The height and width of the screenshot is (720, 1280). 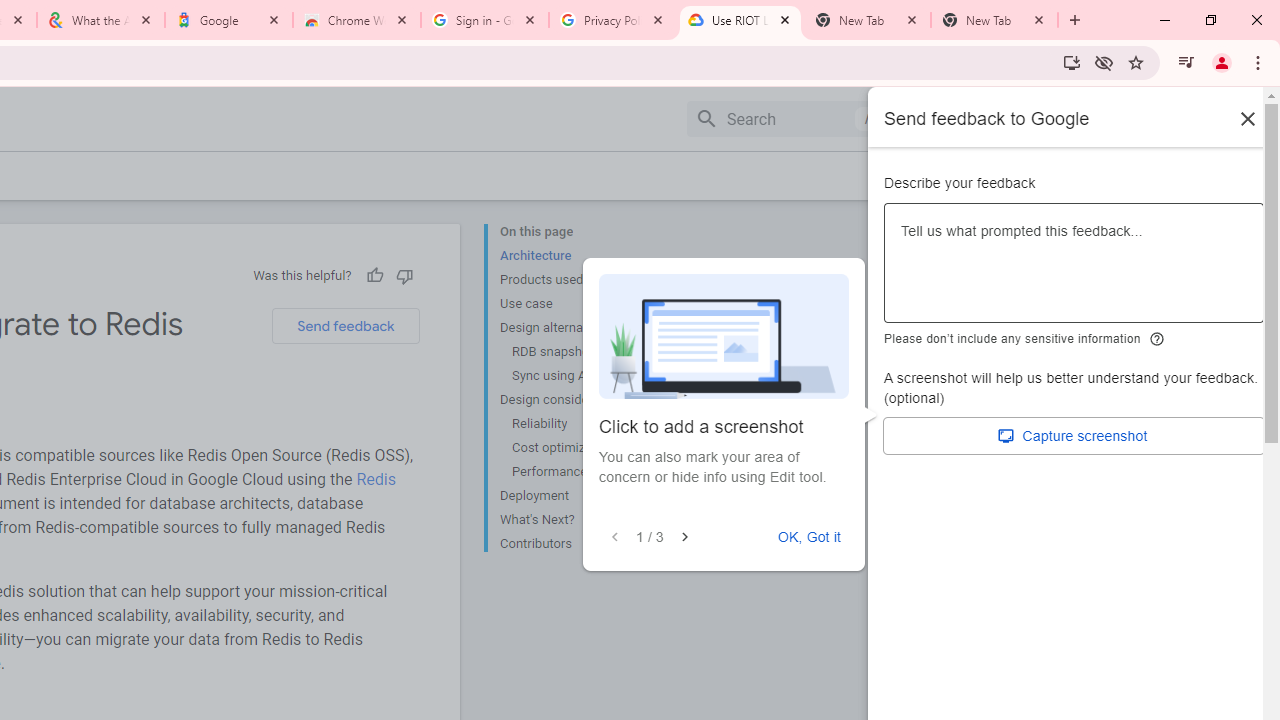 I want to click on 'Send feedback', so click(x=345, y=325).